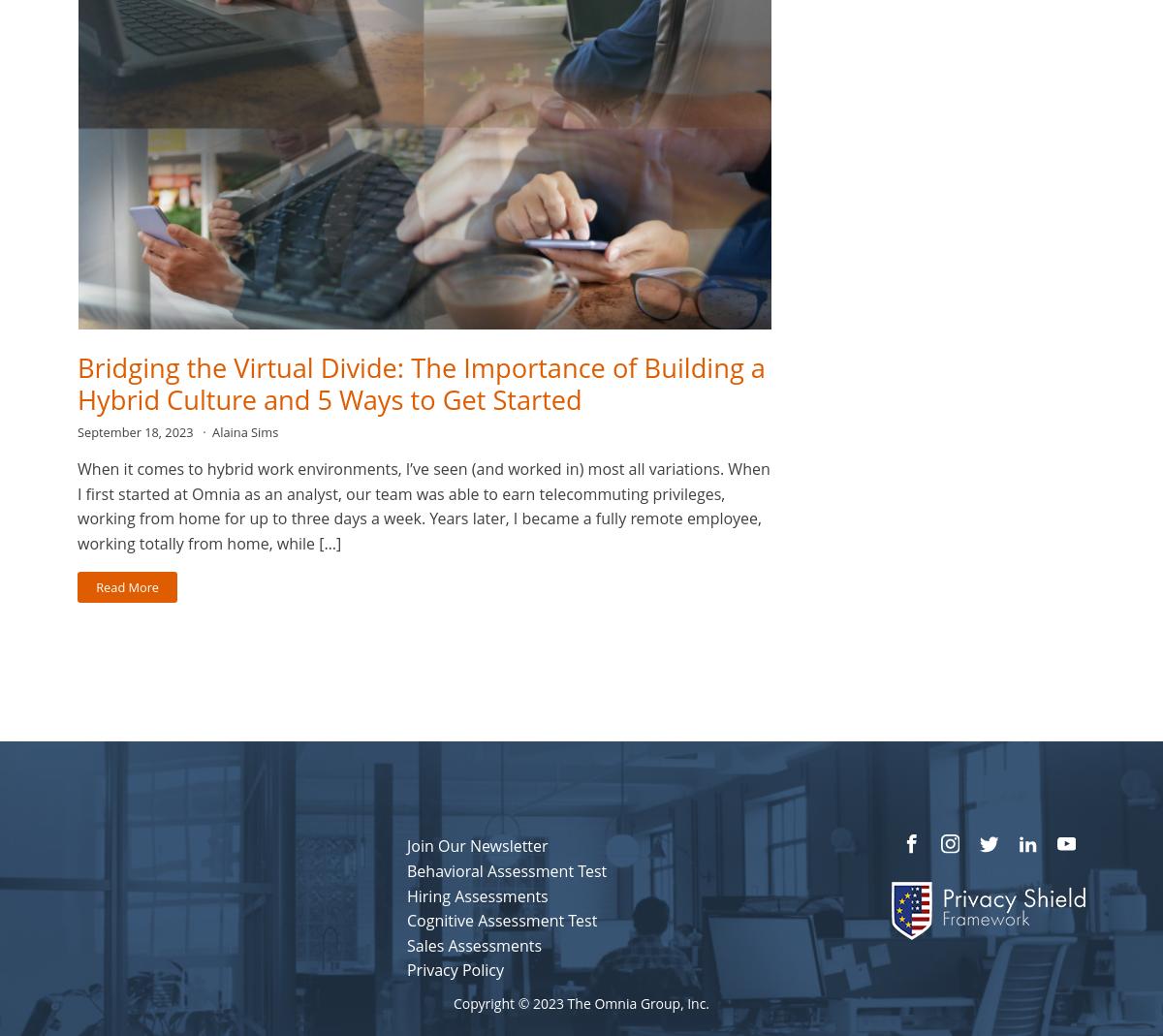 This screenshot has width=1163, height=1036. Describe the element at coordinates (505, 868) in the screenshot. I see `'Behavioral Assessment Test'` at that location.